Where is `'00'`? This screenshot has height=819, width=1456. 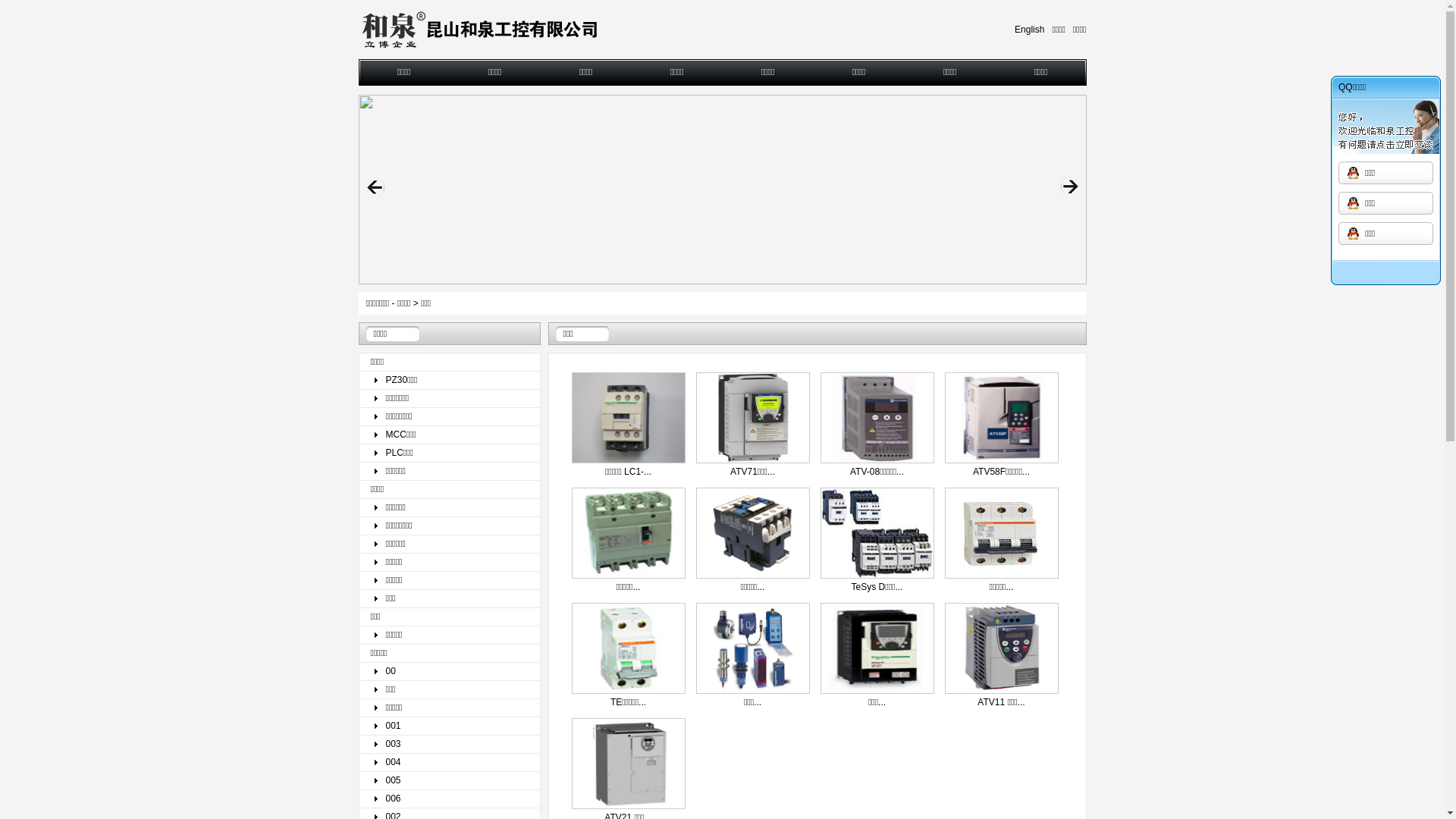 '00' is located at coordinates (449, 670).